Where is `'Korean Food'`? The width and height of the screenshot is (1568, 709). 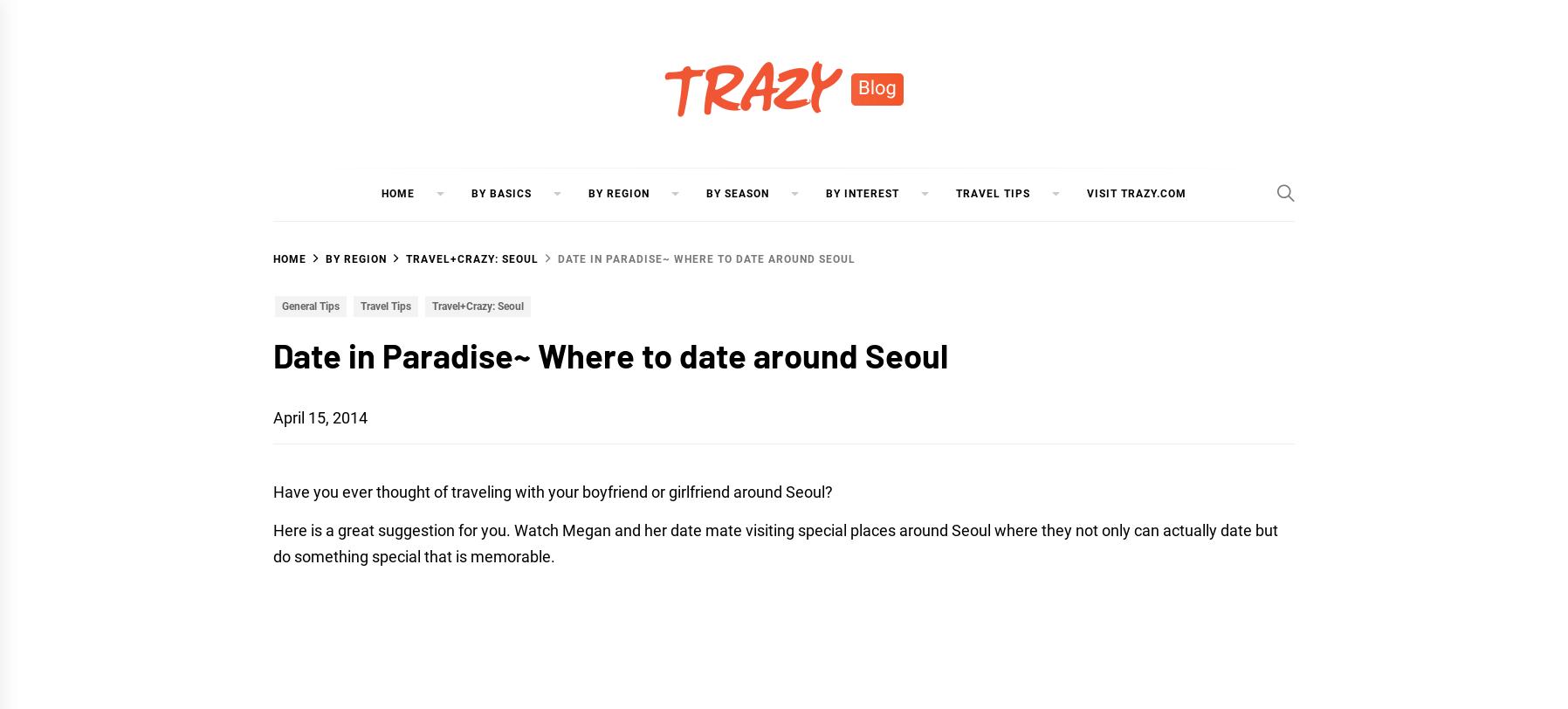 'Korean Food' is located at coordinates (866, 341).